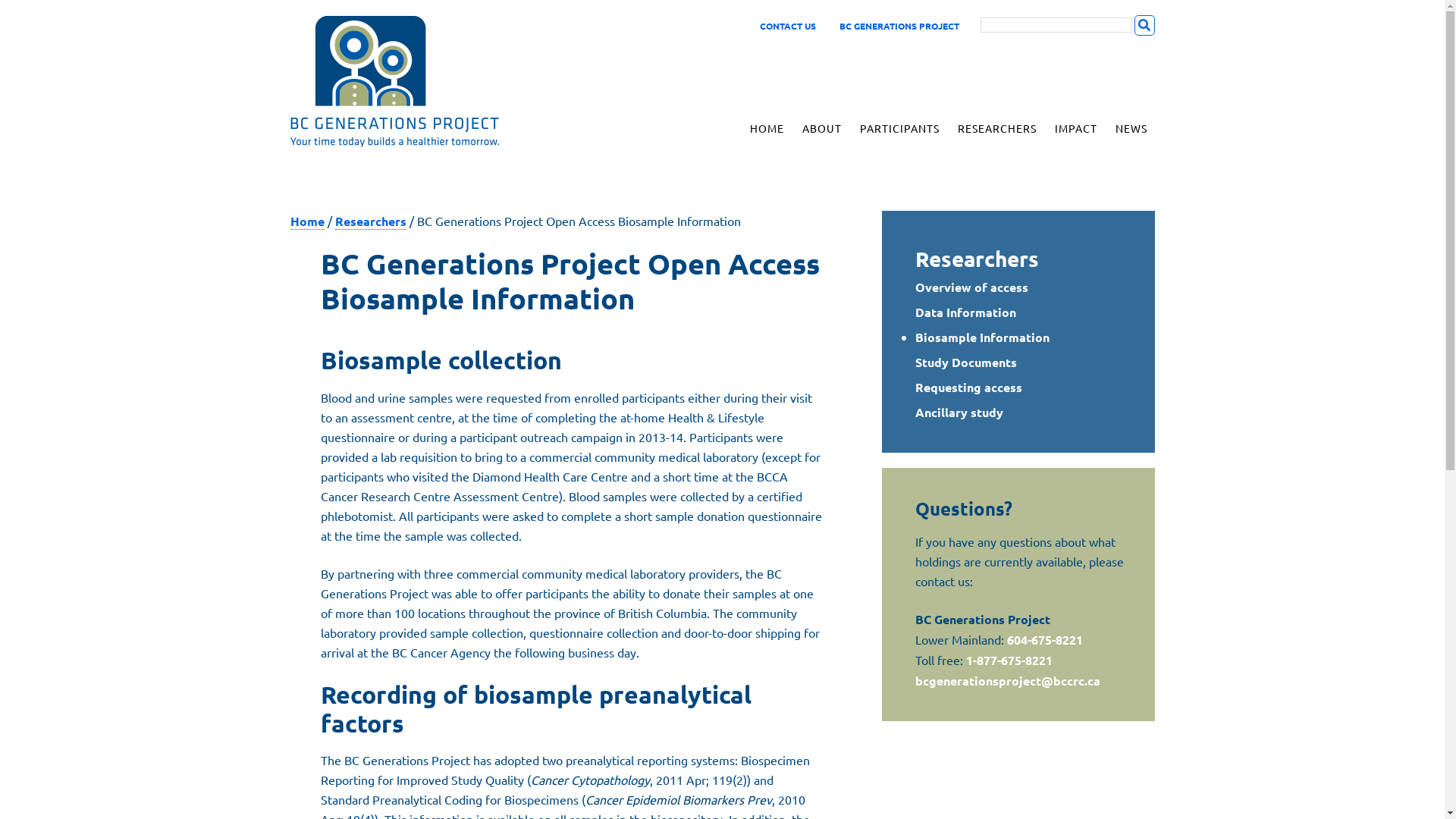  Describe the element at coordinates (306, 221) in the screenshot. I see `'Home'` at that location.